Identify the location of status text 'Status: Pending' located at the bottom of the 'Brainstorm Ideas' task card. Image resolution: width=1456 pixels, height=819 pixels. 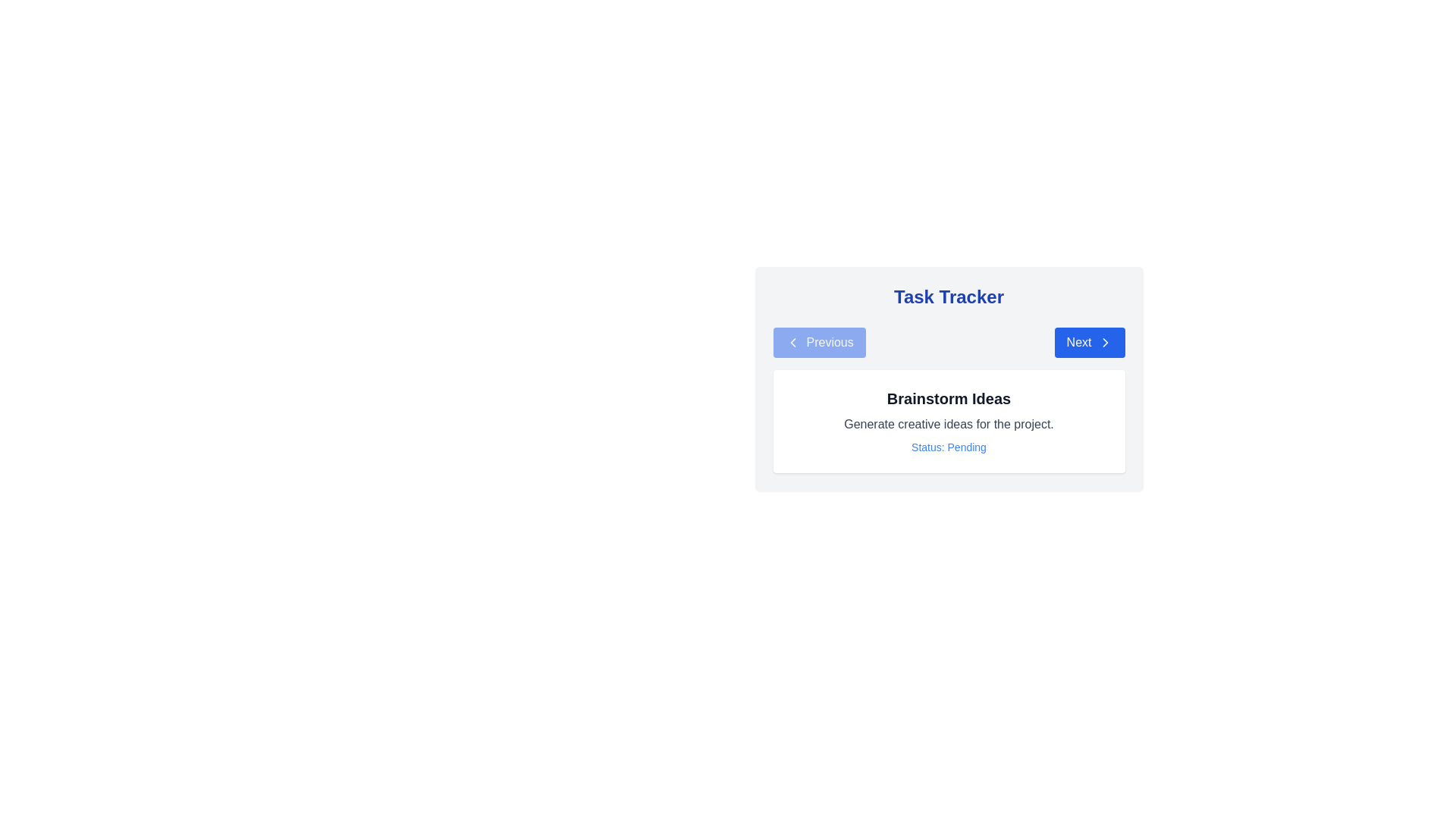
(948, 447).